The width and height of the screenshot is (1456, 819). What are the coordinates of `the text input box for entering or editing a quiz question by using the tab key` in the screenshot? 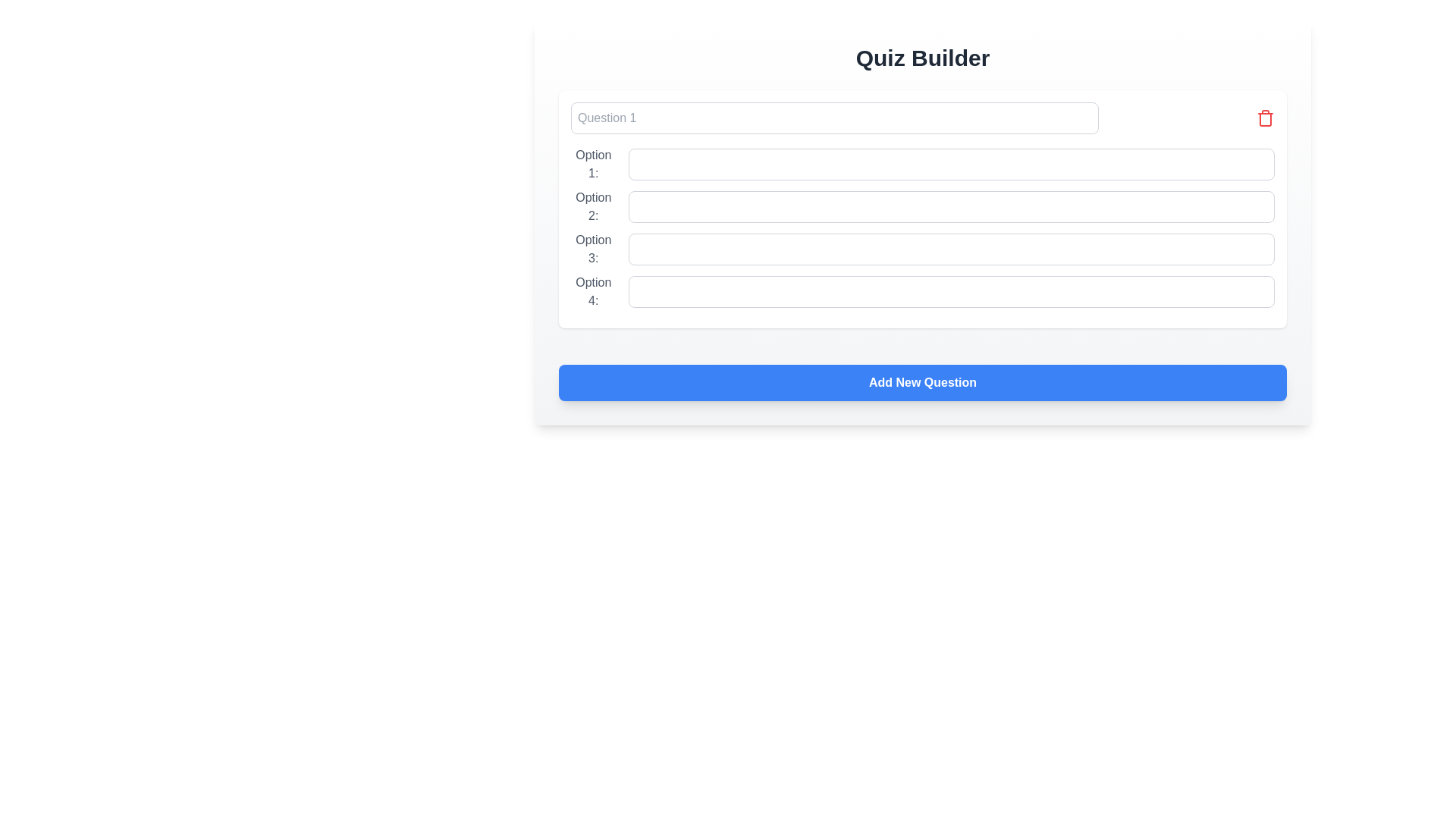 It's located at (833, 117).